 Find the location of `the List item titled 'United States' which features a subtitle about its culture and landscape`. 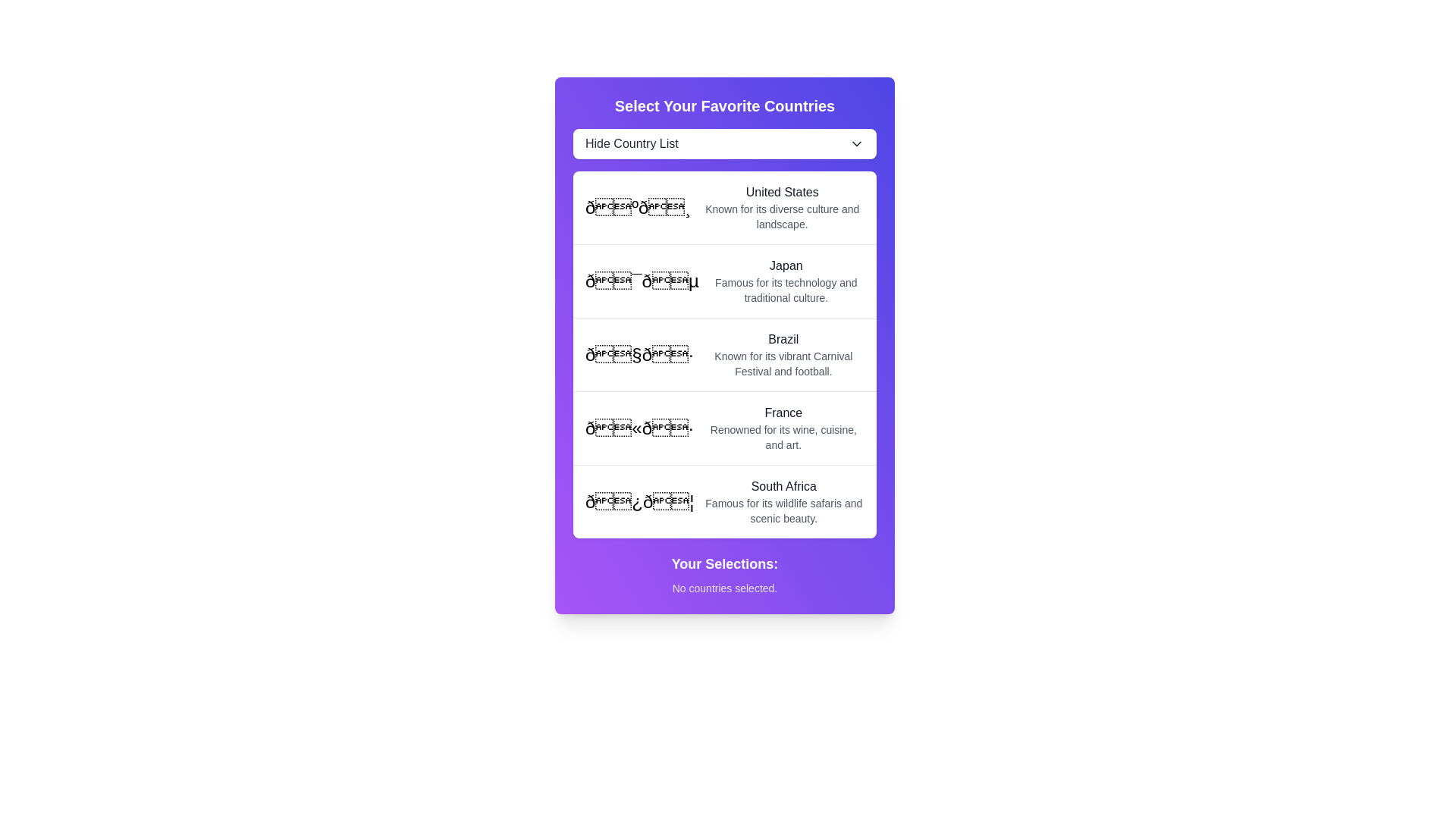

the List item titled 'United States' which features a subtitle about its culture and landscape is located at coordinates (782, 207).